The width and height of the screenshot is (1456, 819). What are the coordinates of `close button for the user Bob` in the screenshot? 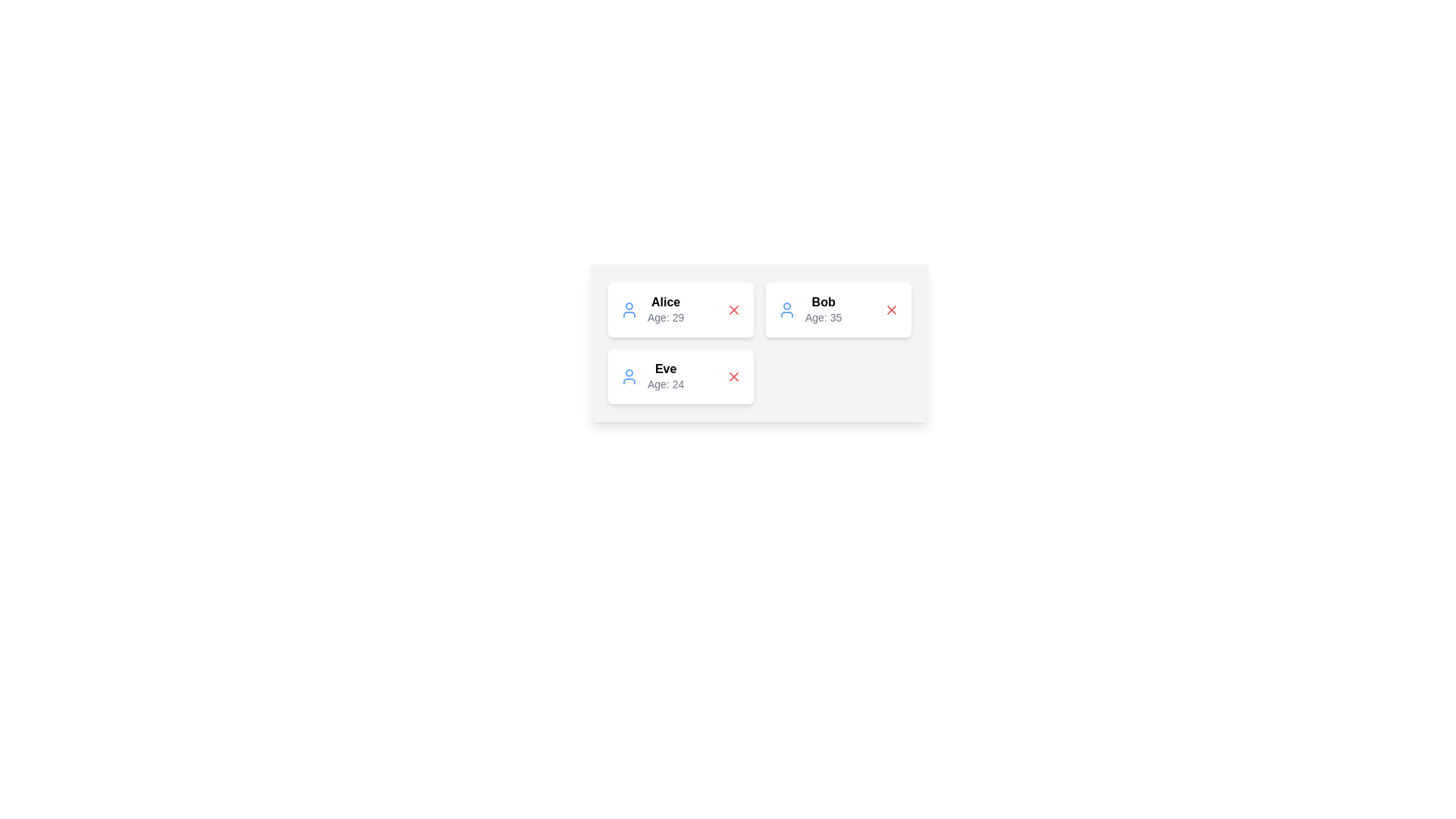 It's located at (892, 309).